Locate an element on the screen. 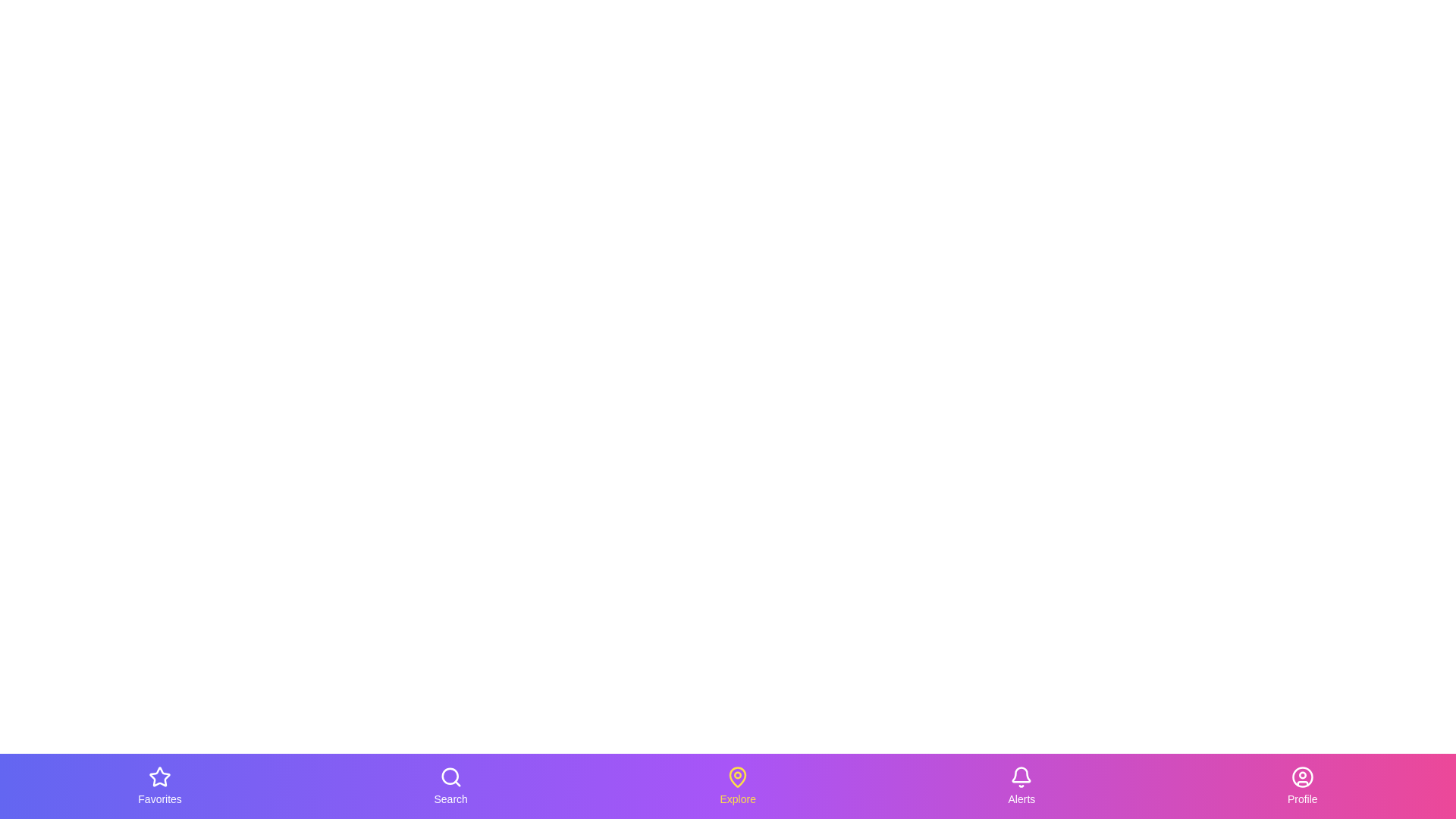 The height and width of the screenshot is (819, 1456). the tab labeled Alerts to observe the hover effect is located at coordinates (1021, 786).